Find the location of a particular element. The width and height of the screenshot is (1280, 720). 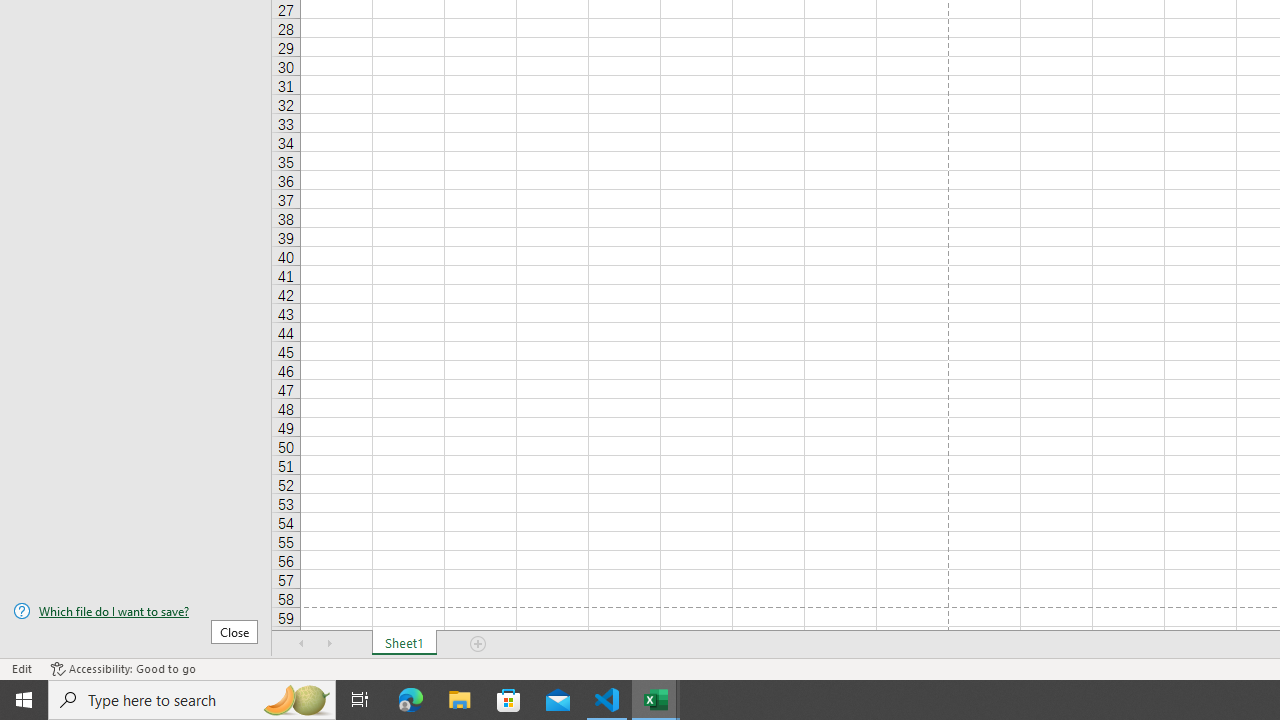

'Accessibility Checker Accessibility: Good to go' is located at coordinates (122, 669).